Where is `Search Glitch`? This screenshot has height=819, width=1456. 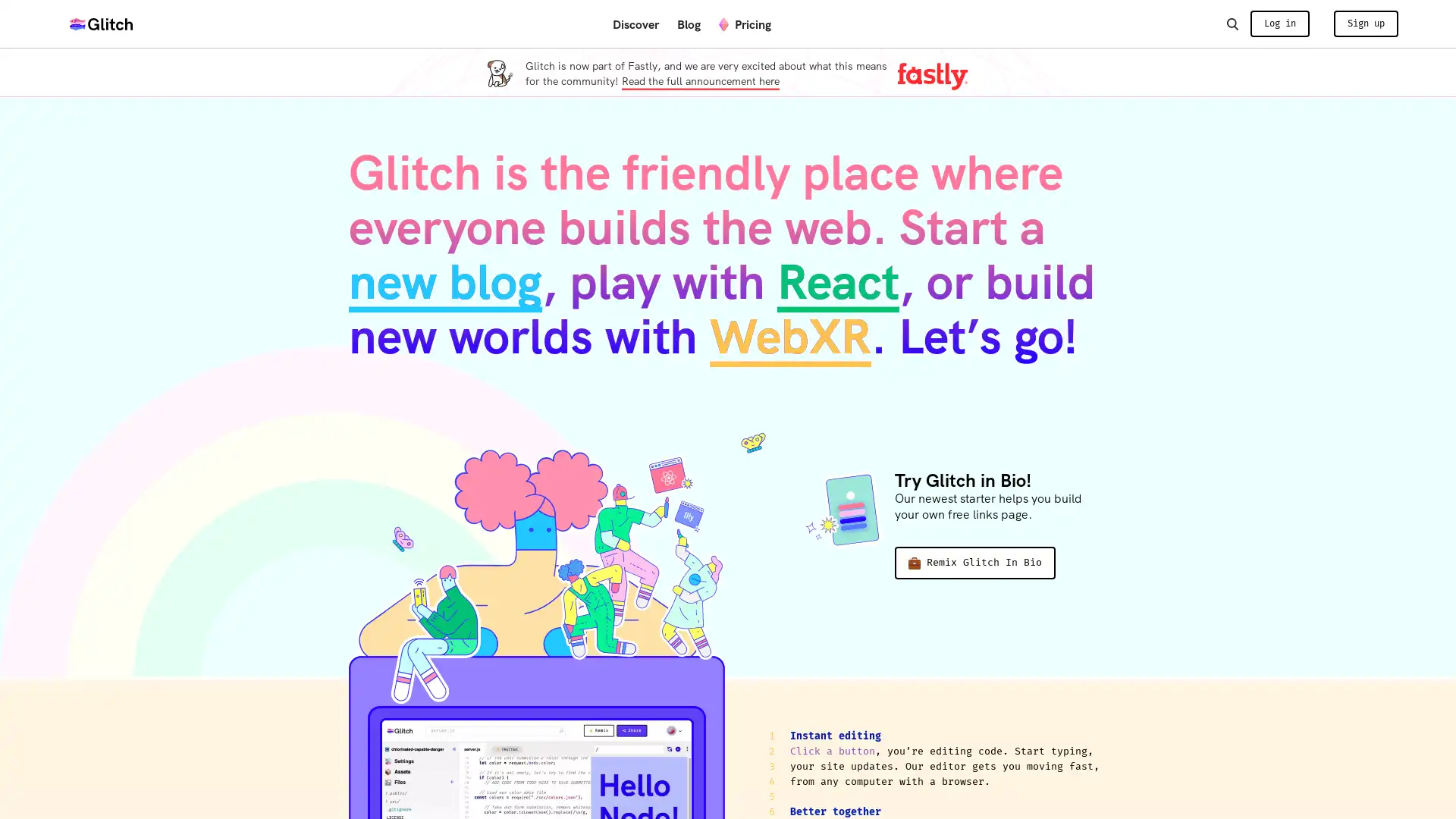
Search Glitch is located at coordinates (1232, 23).